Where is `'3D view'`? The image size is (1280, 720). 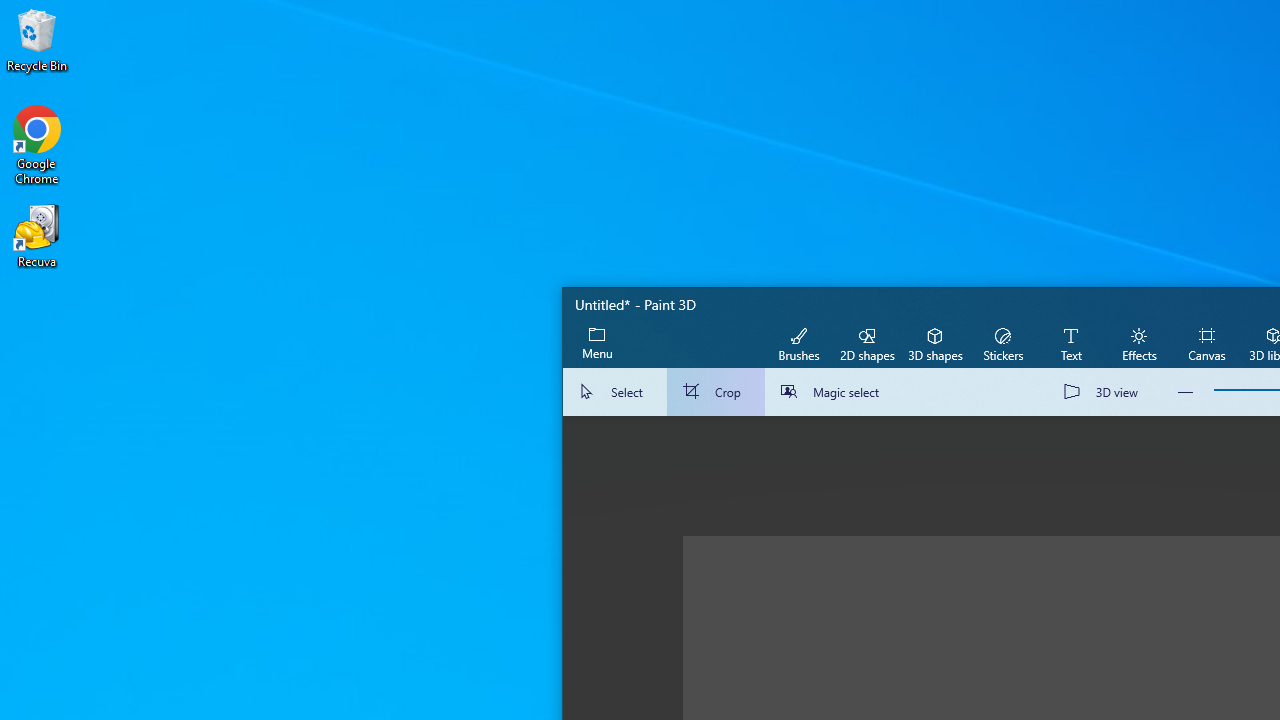 '3D view' is located at coordinates (1104, 392).